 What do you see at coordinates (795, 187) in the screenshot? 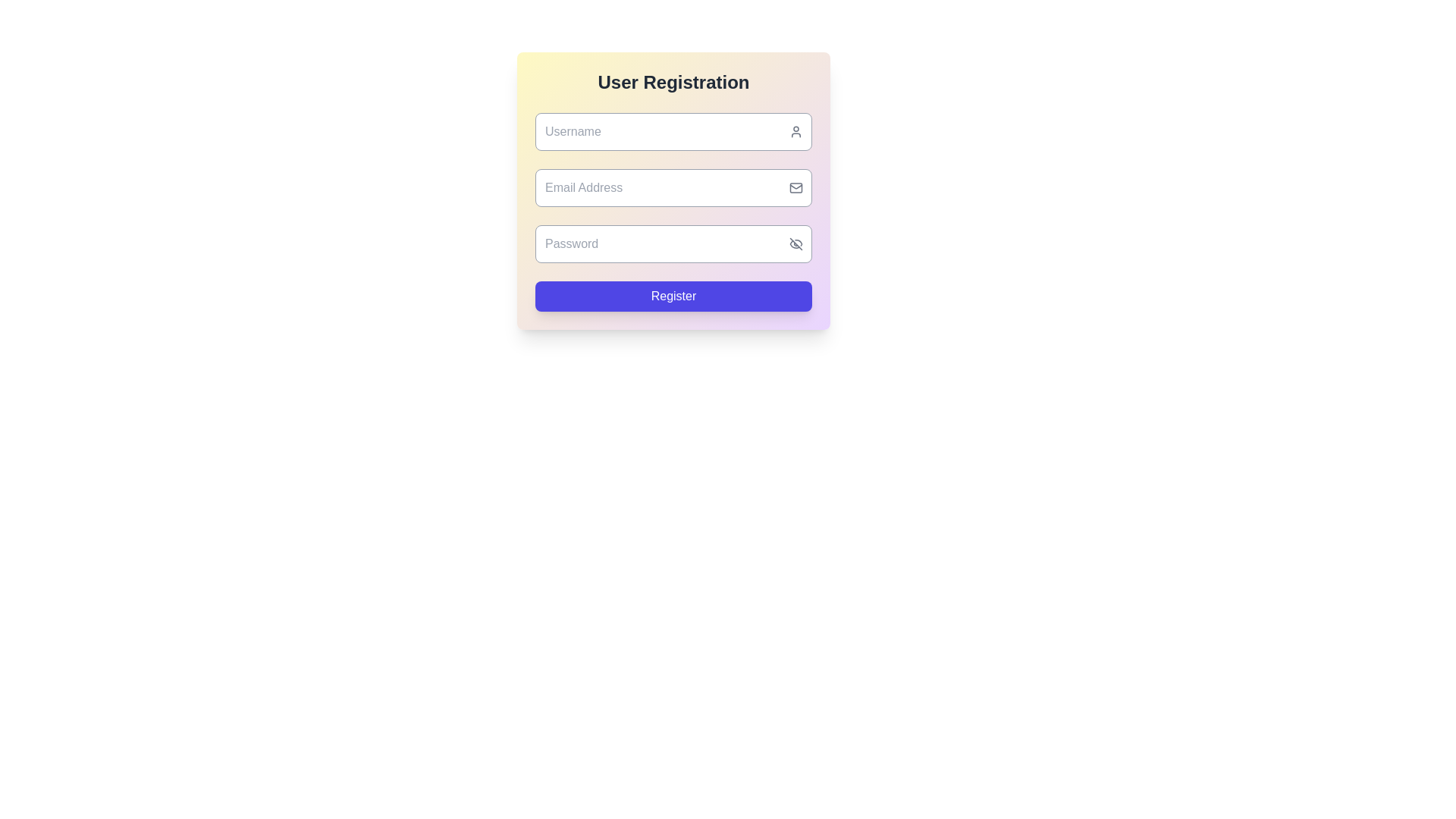
I see `the topmost rectangular SVG shape element that is part of the envelope illustration for the 'Email Address' input field, positioned to the right of the text entry area` at bounding box center [795, 187].